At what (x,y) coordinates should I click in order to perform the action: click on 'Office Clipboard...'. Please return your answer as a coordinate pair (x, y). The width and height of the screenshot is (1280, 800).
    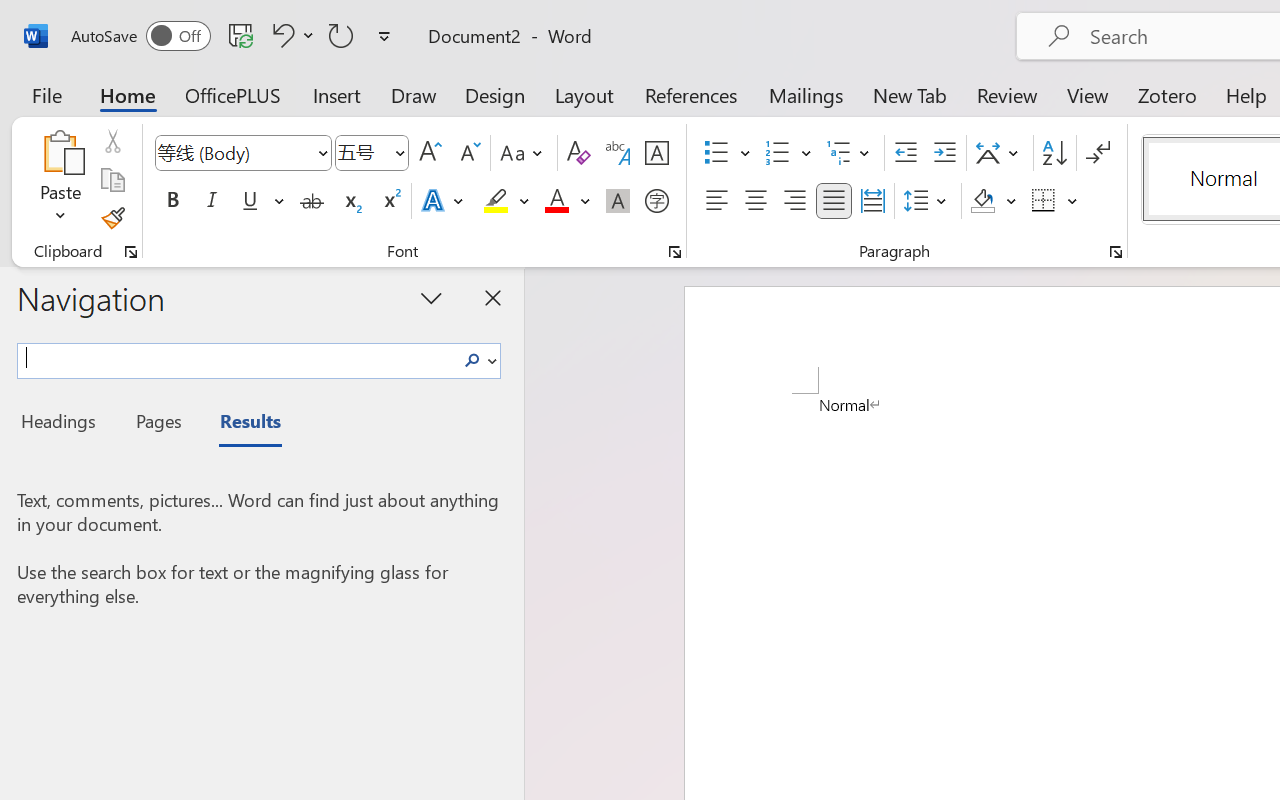
    Looking at the image, I should click on (130, 251).